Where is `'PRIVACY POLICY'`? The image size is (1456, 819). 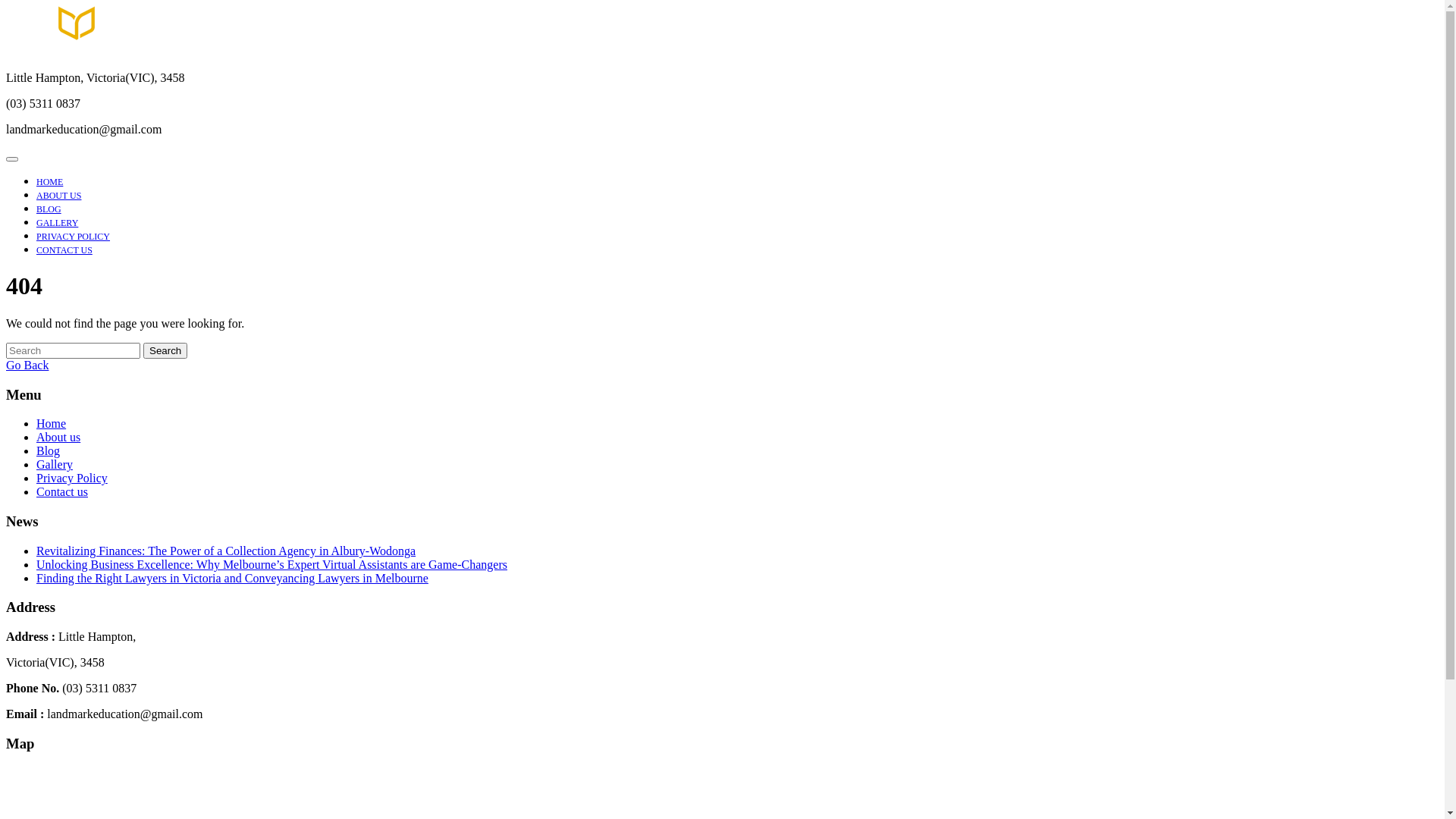 'PRIVACY POLICY' is located at coordinates (72, 237).